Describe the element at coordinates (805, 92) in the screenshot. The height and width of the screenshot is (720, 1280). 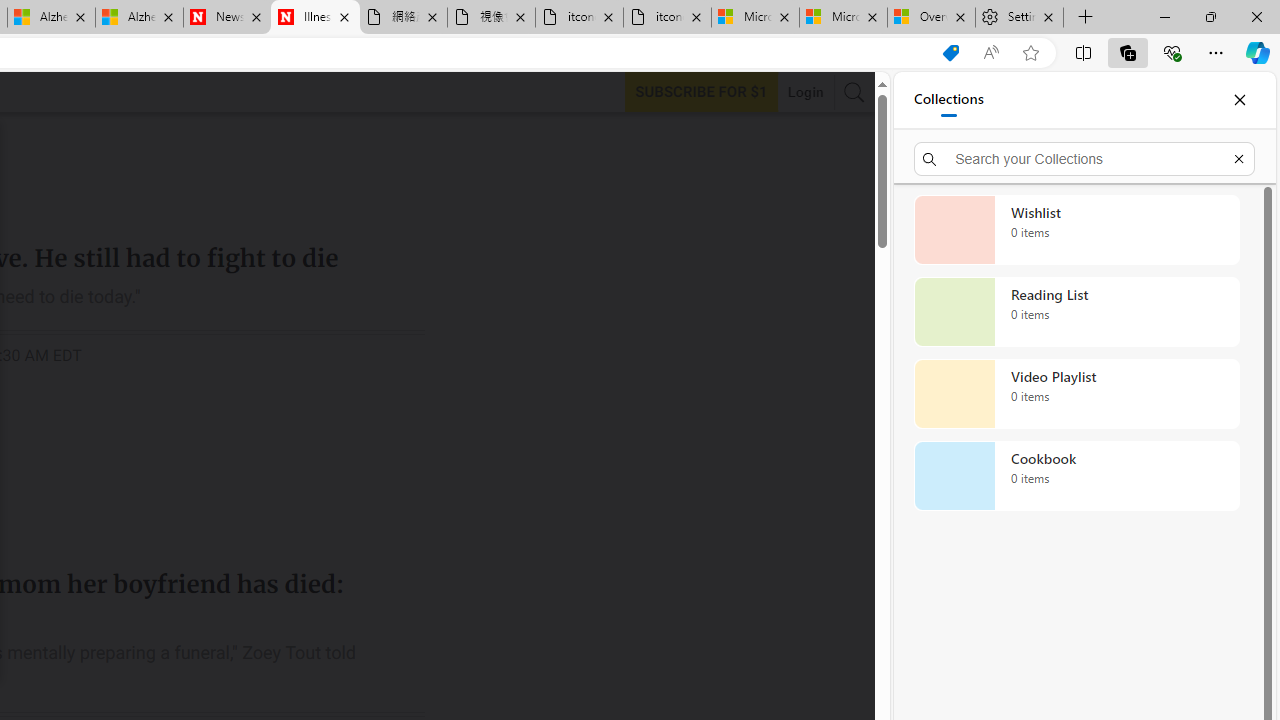
I see `'Login'` at that location.